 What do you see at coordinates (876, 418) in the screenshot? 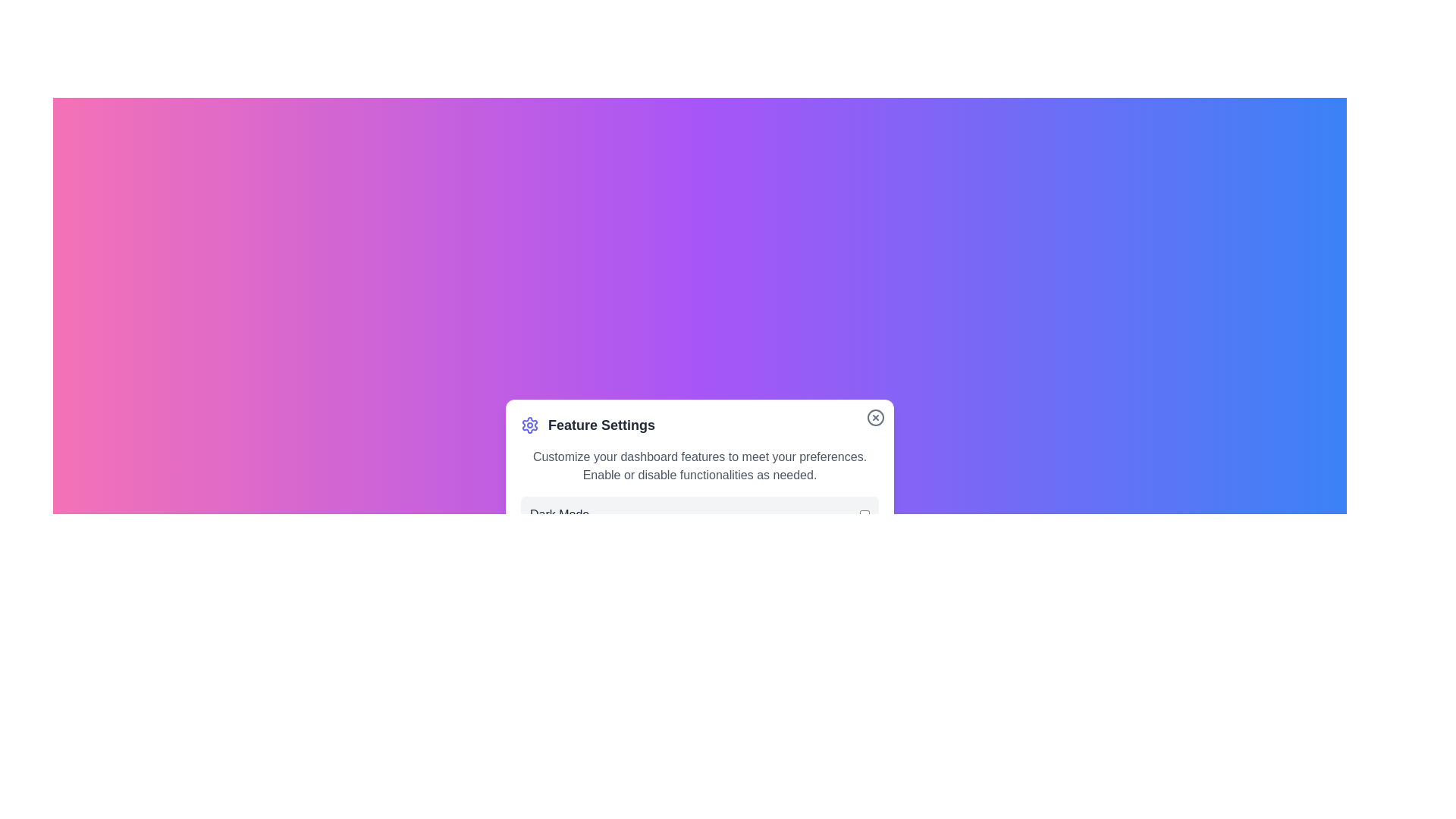
I see `the circular icon button with an 'X' symbol, located at the top-right corner of the feature settings card, to change its appearance` at bounding box center [876, 418].